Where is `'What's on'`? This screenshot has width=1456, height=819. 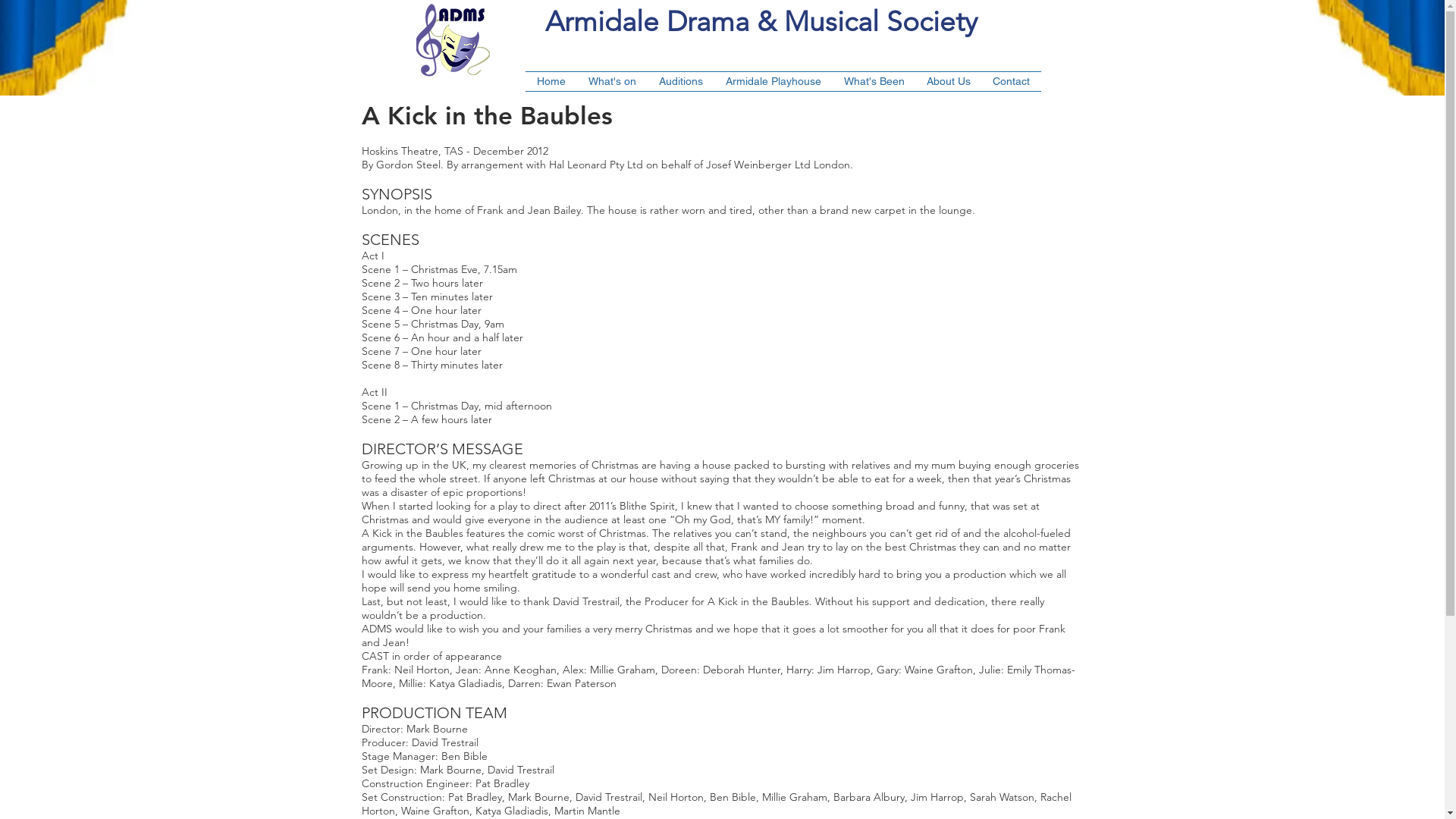 'What's on' is located at coordinates (611, 81).